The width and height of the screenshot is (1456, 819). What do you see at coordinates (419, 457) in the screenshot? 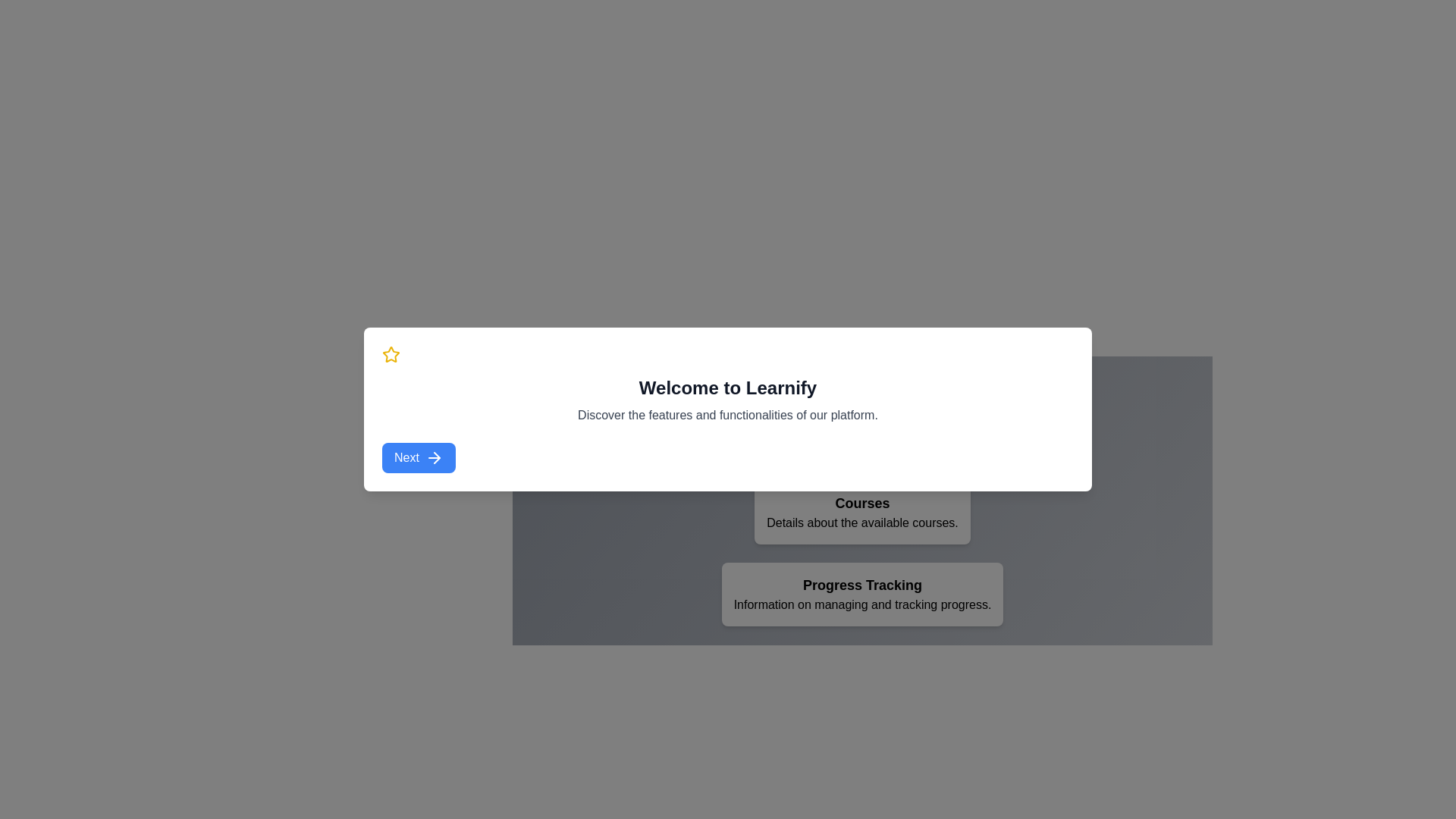
I see `the blue rectangular 'Next' button with rounded corners located at the bottom-left corner of the modal box` at bounding box center [419, 457].